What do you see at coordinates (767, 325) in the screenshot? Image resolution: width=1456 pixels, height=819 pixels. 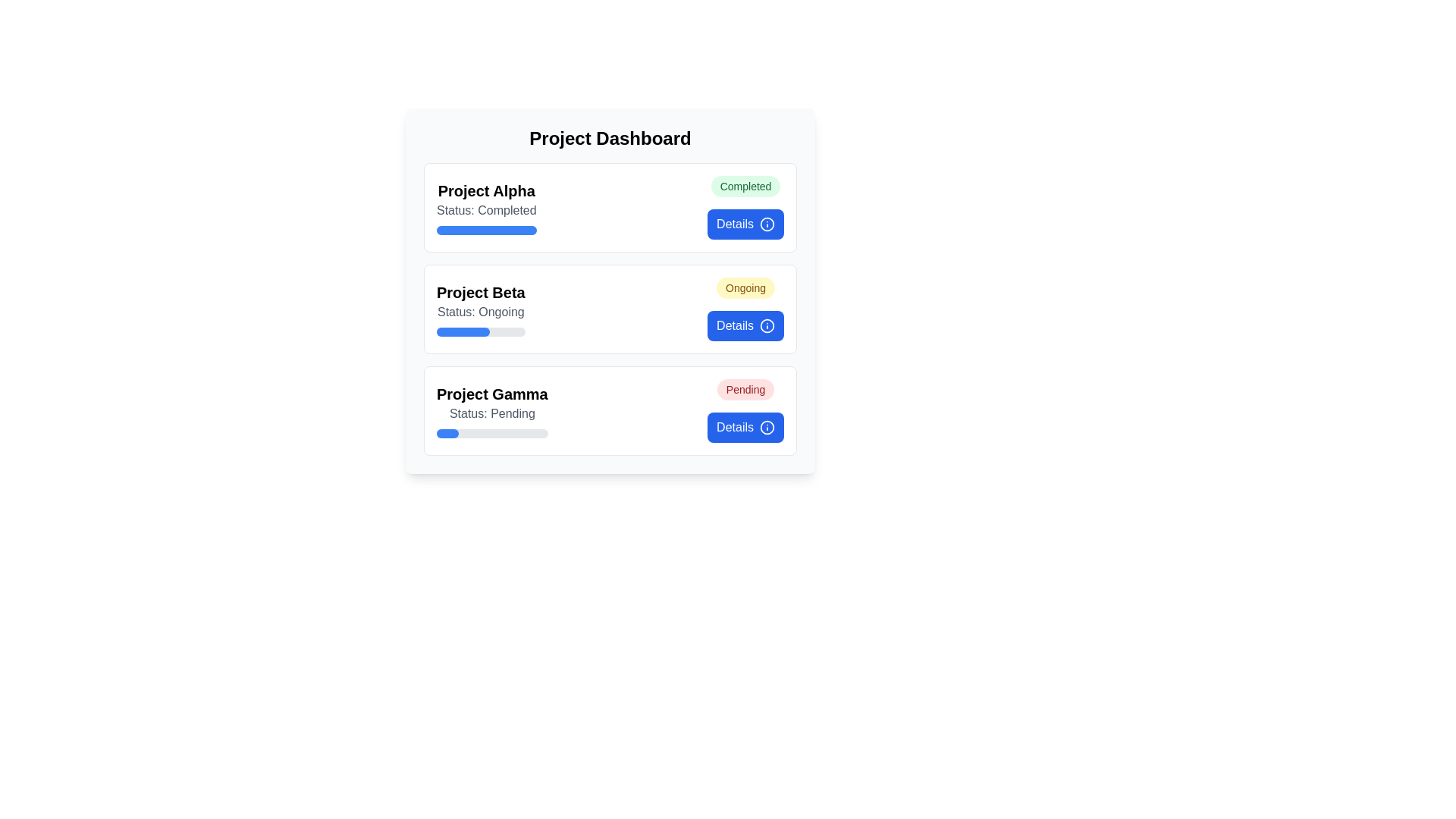 I see `the SVG Icon located at the right end of the 'Details' button for Project Beta, which indicates additional information about the project` at bounding box center [767, 325].